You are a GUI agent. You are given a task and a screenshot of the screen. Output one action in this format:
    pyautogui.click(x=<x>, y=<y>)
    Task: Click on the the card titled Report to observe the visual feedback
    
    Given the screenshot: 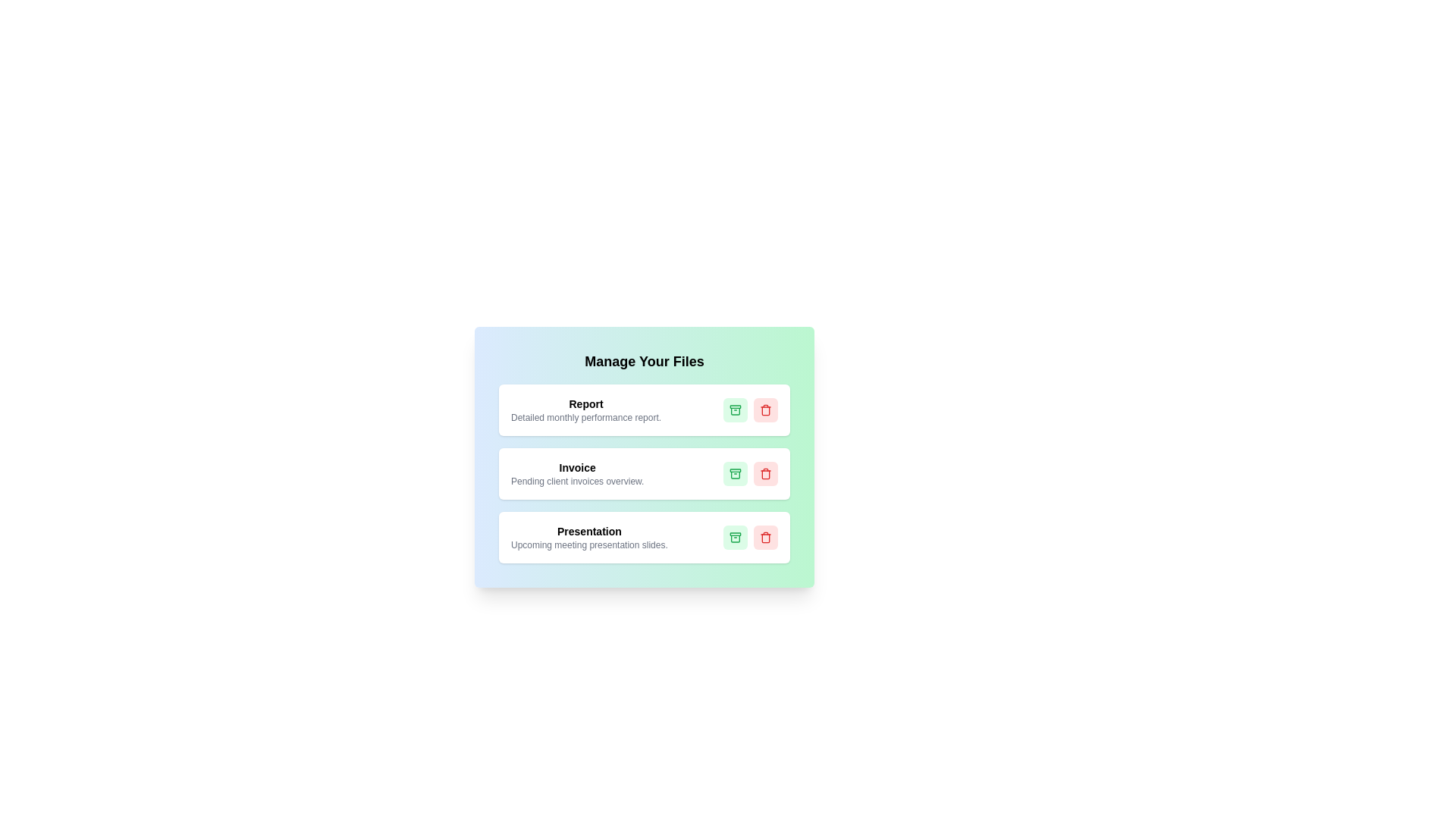 What is the action you would take?
    pyautogui.click(x=644, y=409)
    